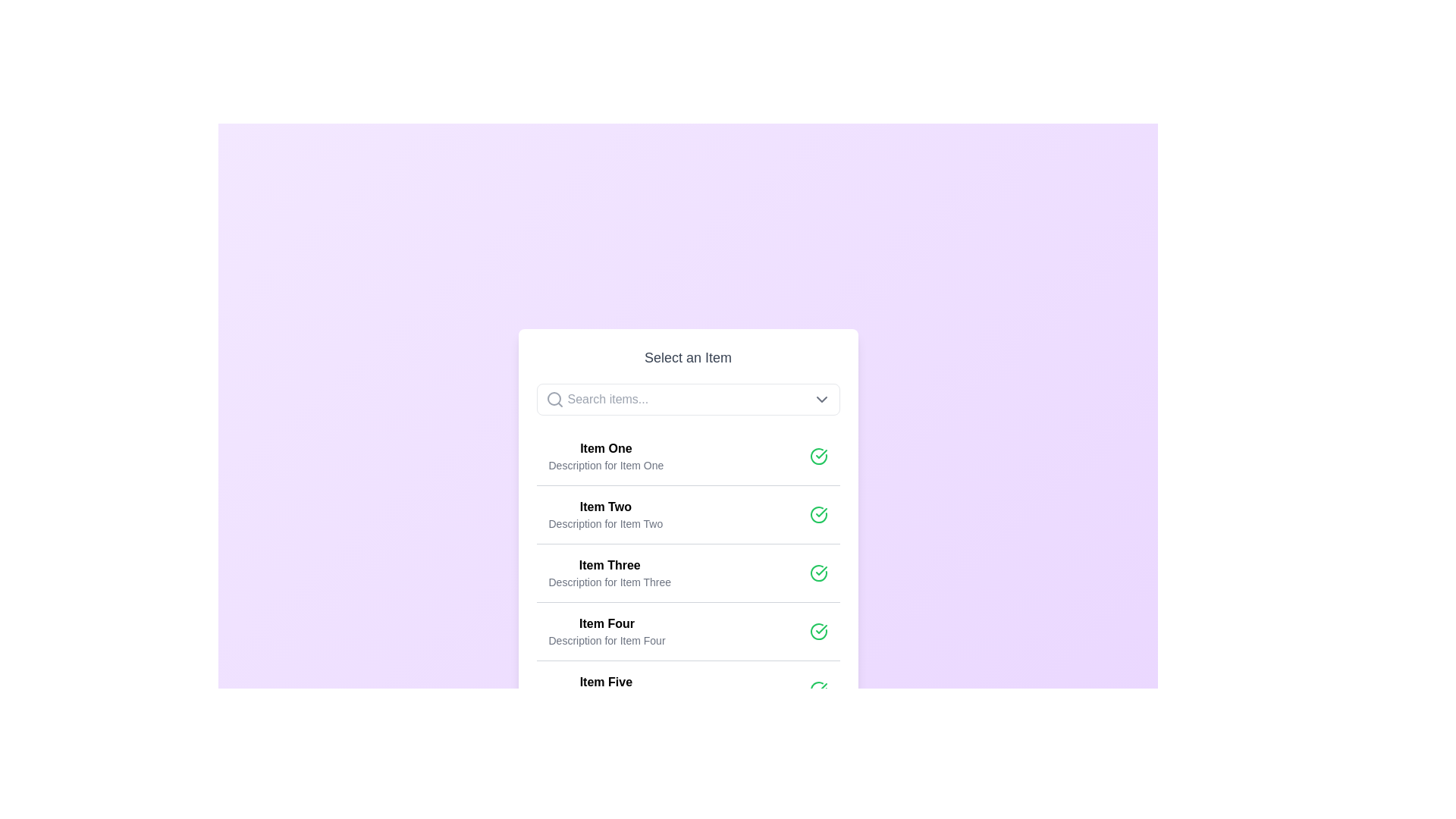 Image resolution: width=1456 pixels, height=819 pixels. I want to click on the descriptive text label styled in a smaller gray font that provides additional details for 'Item Four', positioned directly beneath its heading, so click(607, 640).